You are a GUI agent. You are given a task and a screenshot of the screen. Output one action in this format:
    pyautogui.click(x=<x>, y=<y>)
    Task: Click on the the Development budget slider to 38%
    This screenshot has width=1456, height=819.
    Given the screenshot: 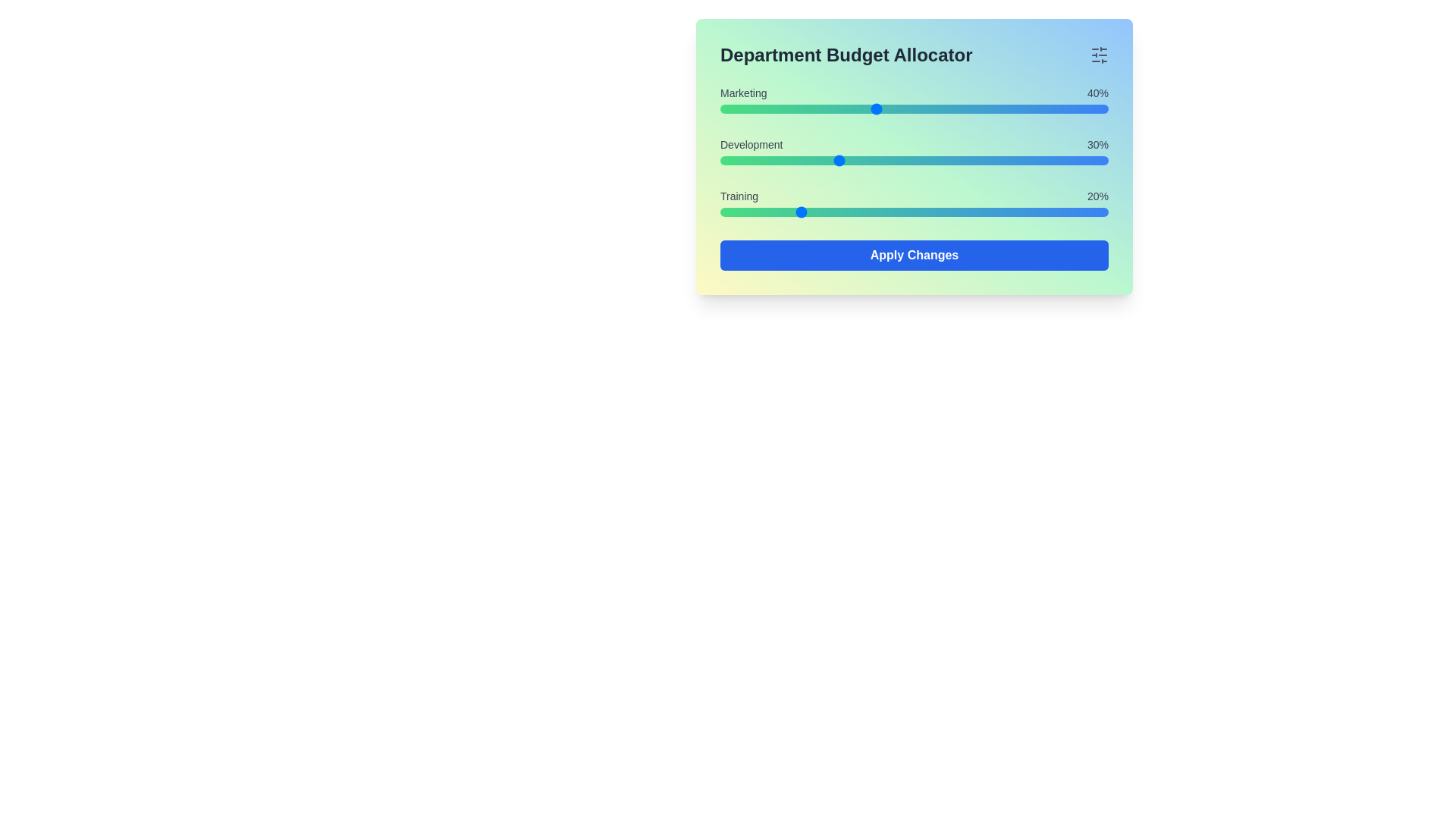 What is the action you would take?
    pyautogui.click(x=868, y=161)
    